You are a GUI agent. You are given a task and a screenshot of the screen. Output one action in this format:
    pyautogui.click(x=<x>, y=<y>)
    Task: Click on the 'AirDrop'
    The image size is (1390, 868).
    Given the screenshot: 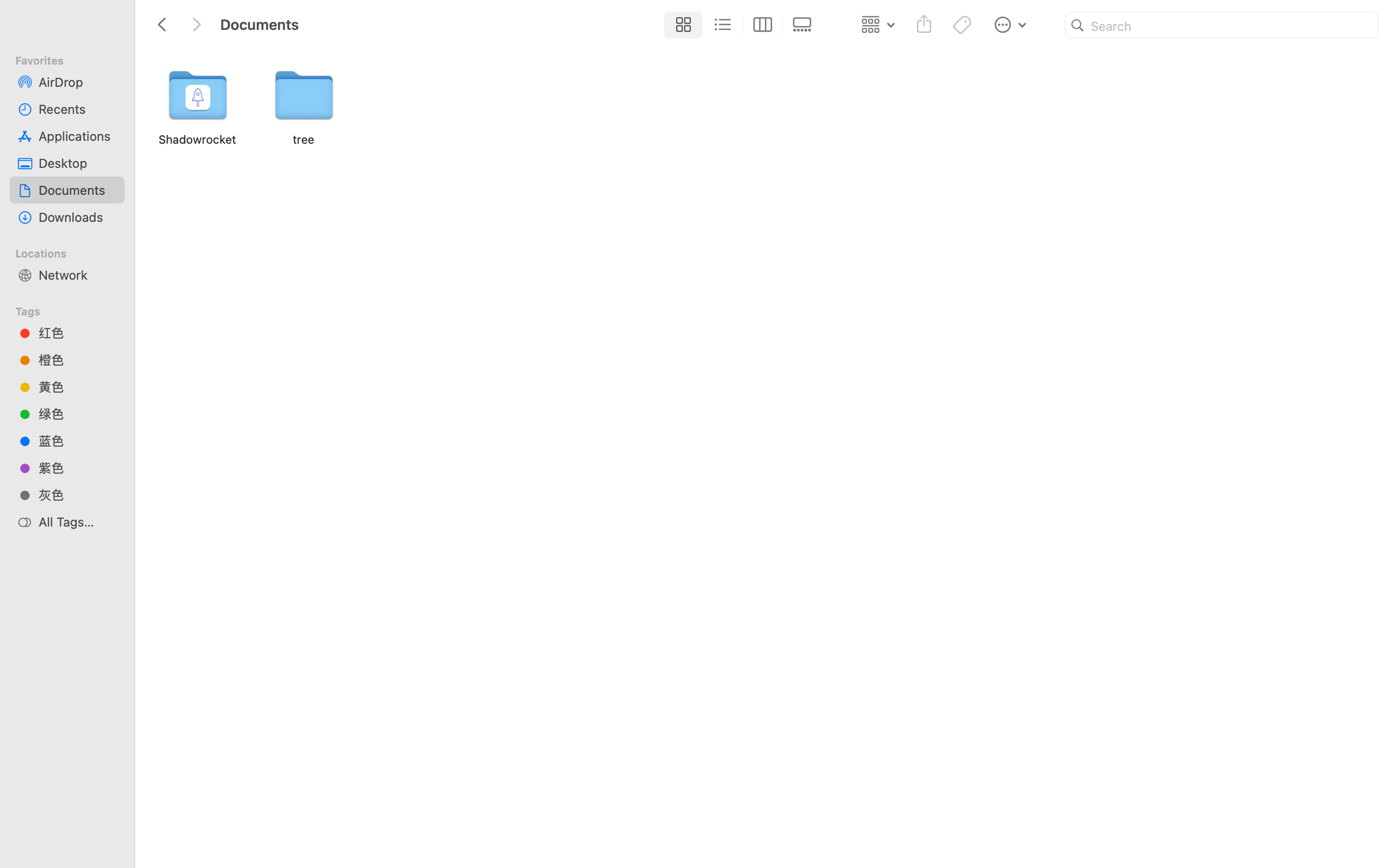 What is the action you would take?
    pyautogui.click(x=77, y=81)
    